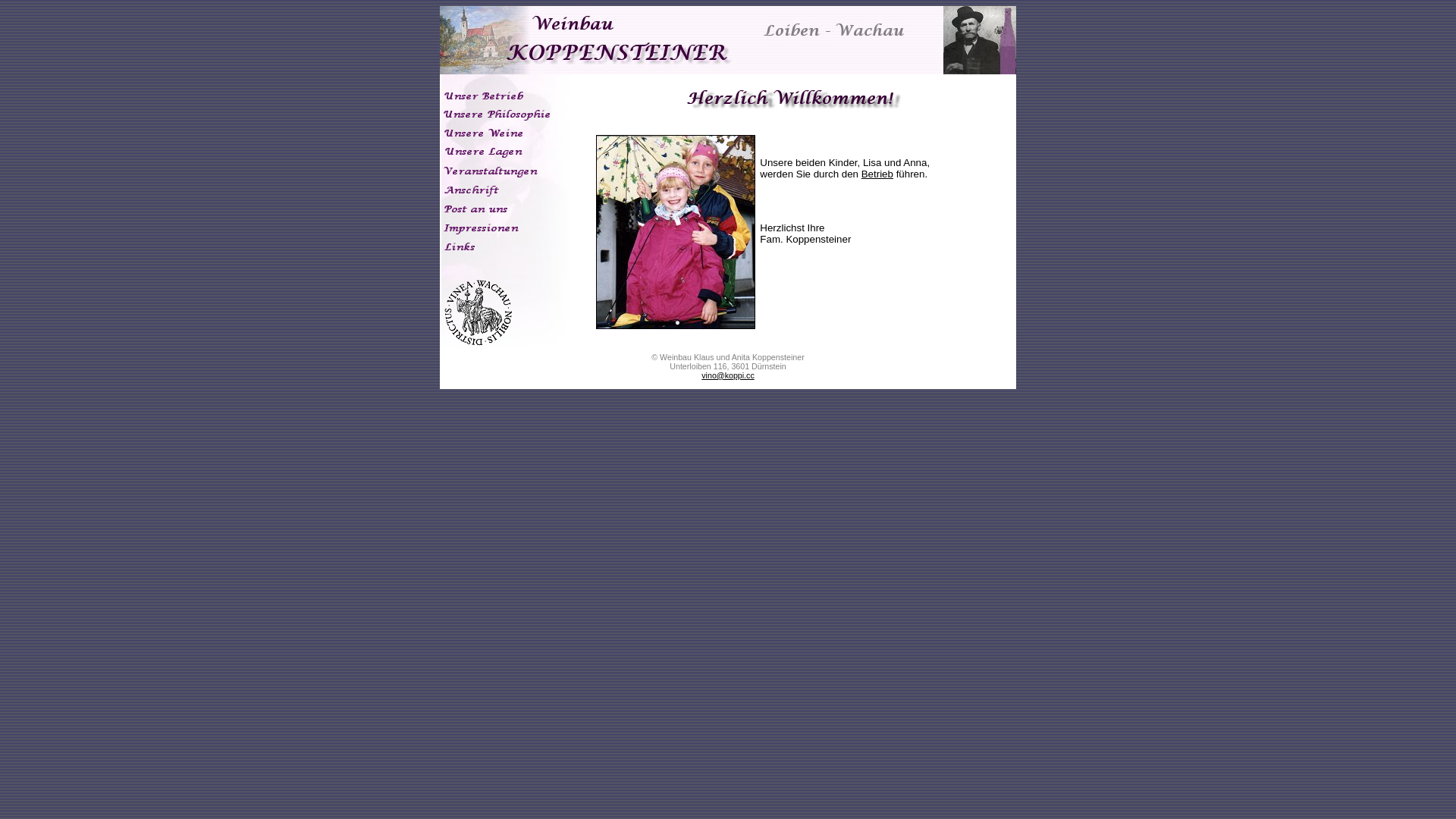 The width and height of the screenshot is (1456, 819). Describe the element at coordinates (726, 375) in the screenshot. I see `'vino@koppi.cc'` at that location.